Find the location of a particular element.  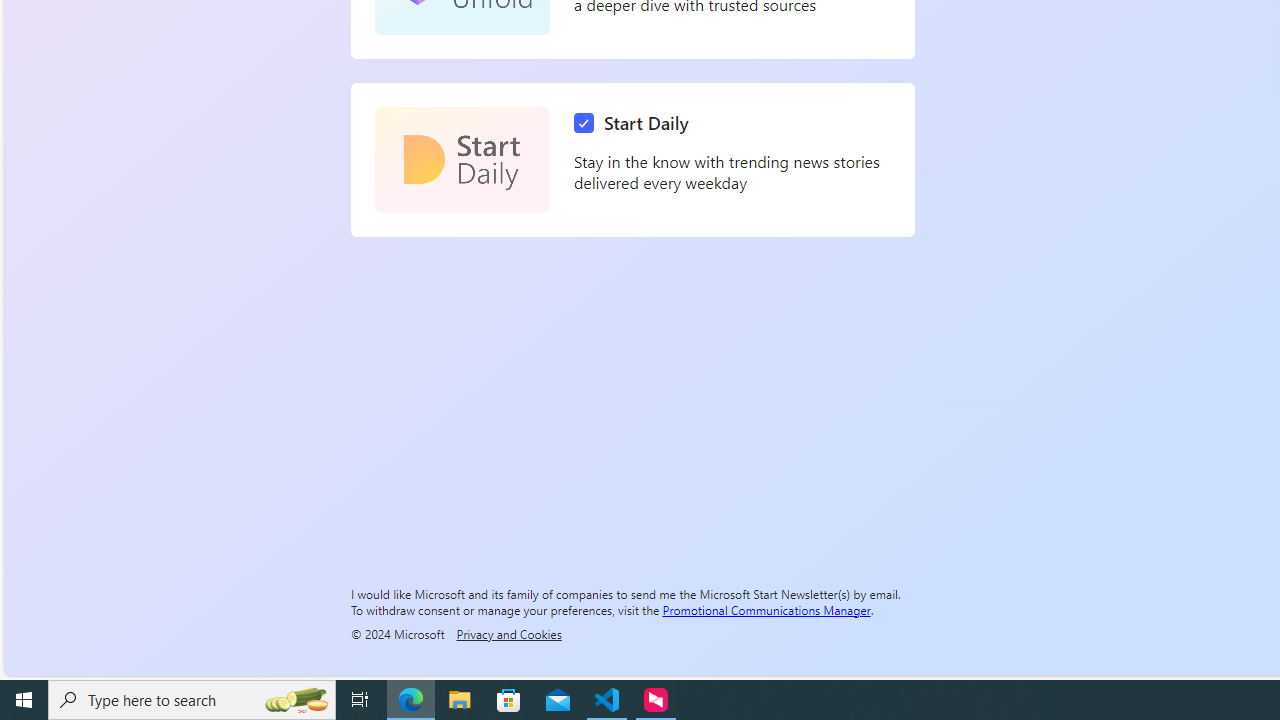

'Promotional Communications Manager' is located at coordinates (765, 608).